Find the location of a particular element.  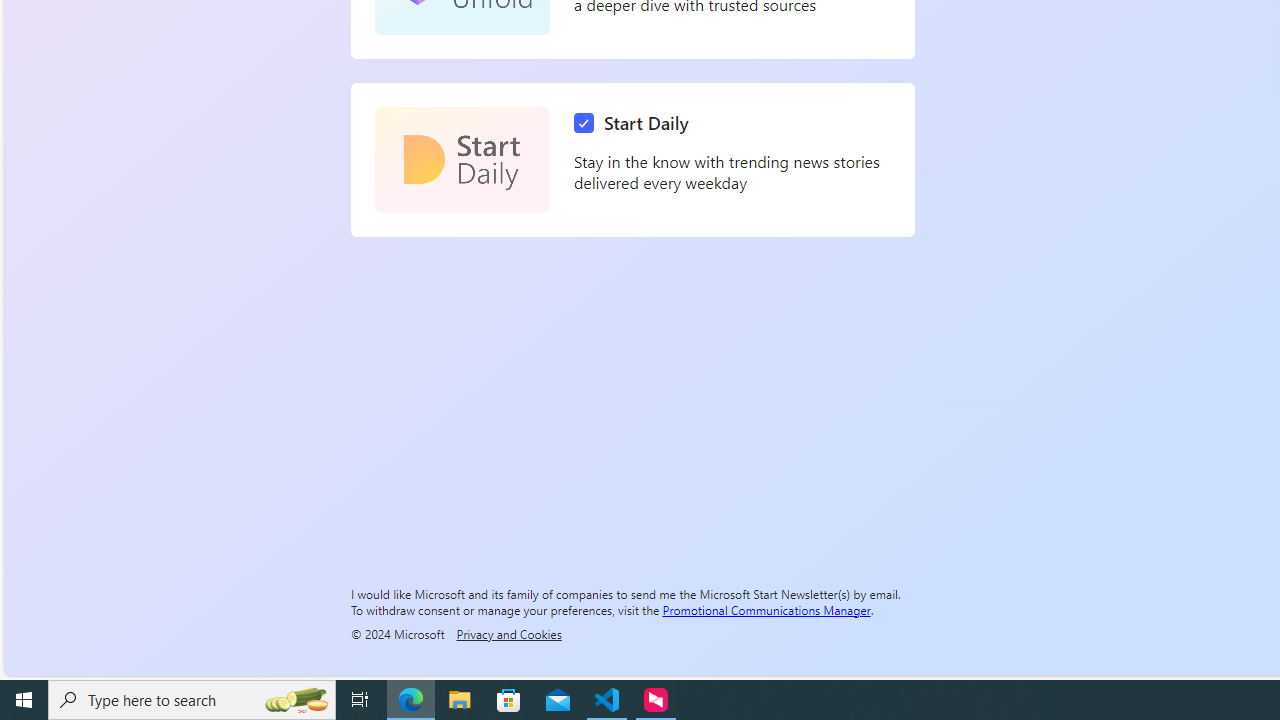

'Promotional Communications Manager' is located at coordinates (765, 608).